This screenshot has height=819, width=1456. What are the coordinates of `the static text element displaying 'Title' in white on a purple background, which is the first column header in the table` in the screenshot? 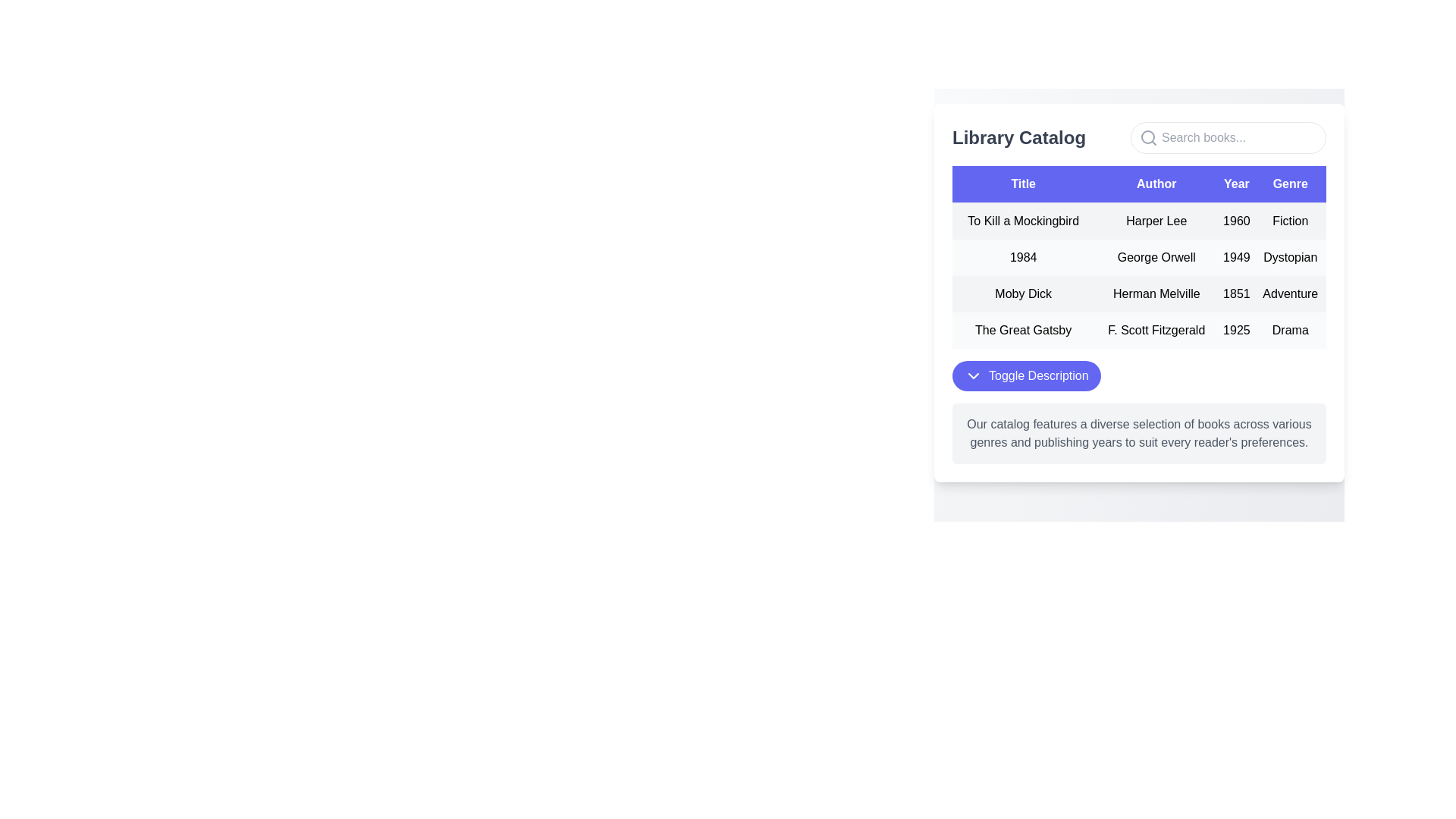 It's located at (1023, 184).